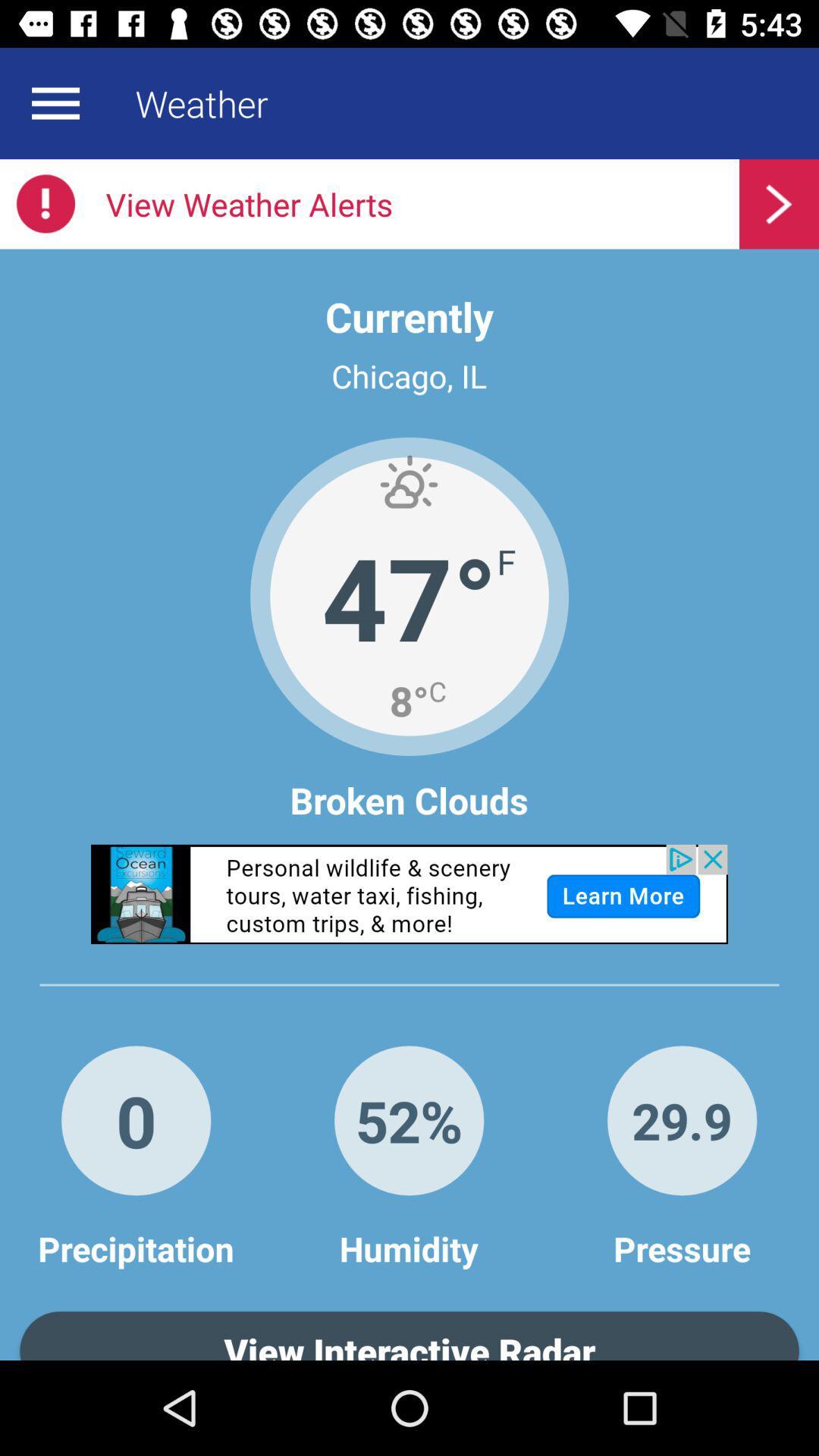  What do you see at coordinates (55, 102) in the screenshot?
I see `more options` at bounding box center [55, 102].